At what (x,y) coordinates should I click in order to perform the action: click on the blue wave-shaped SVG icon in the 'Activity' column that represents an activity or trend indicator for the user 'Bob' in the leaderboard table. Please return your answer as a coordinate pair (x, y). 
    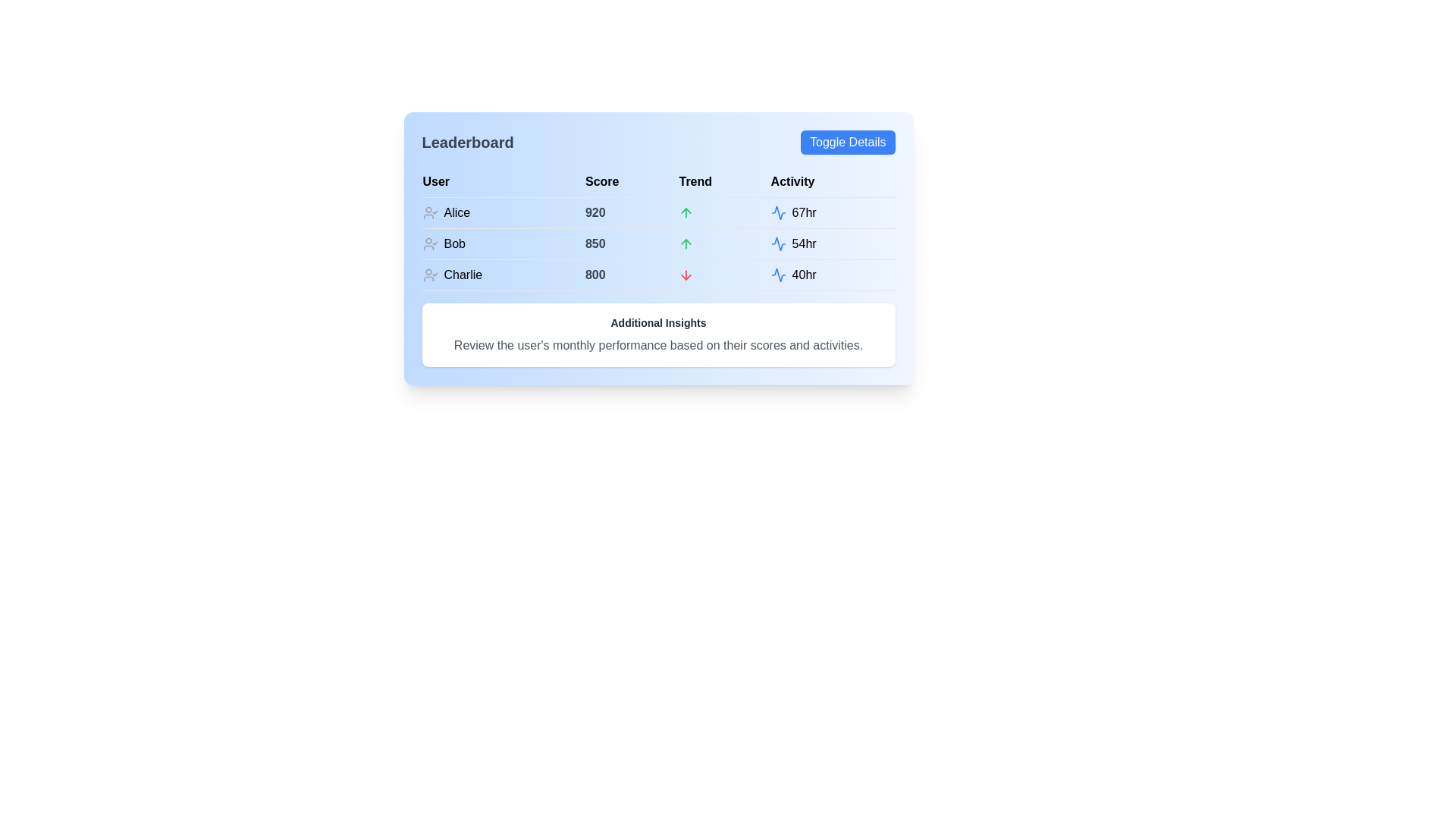
    Looking at the image, I should click on (778, 243).